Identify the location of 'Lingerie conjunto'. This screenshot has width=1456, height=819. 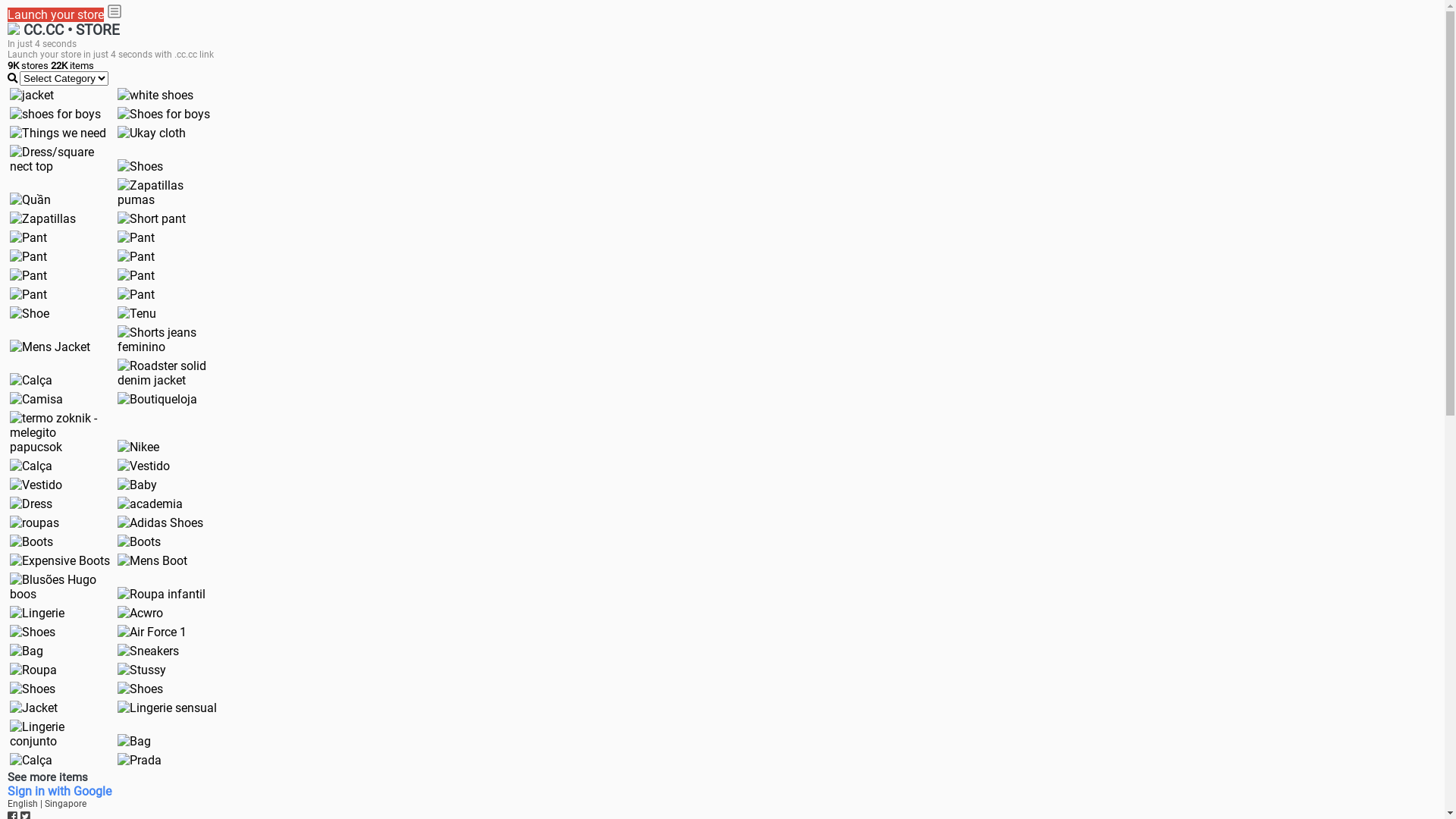
(59, 733).